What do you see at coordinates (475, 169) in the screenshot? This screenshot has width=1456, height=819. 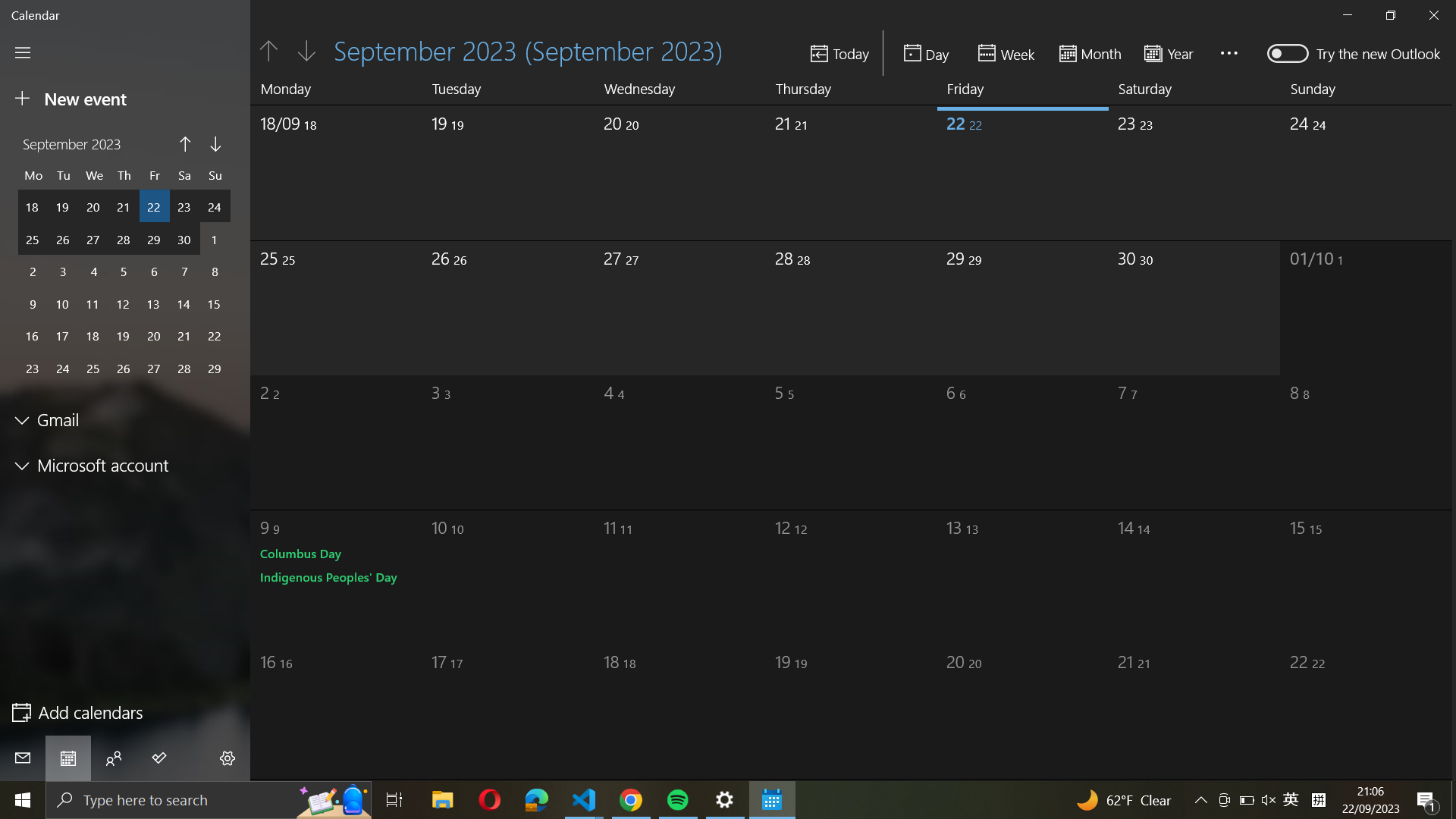 I see `date as 19/09` at bounding box center [475, 169].